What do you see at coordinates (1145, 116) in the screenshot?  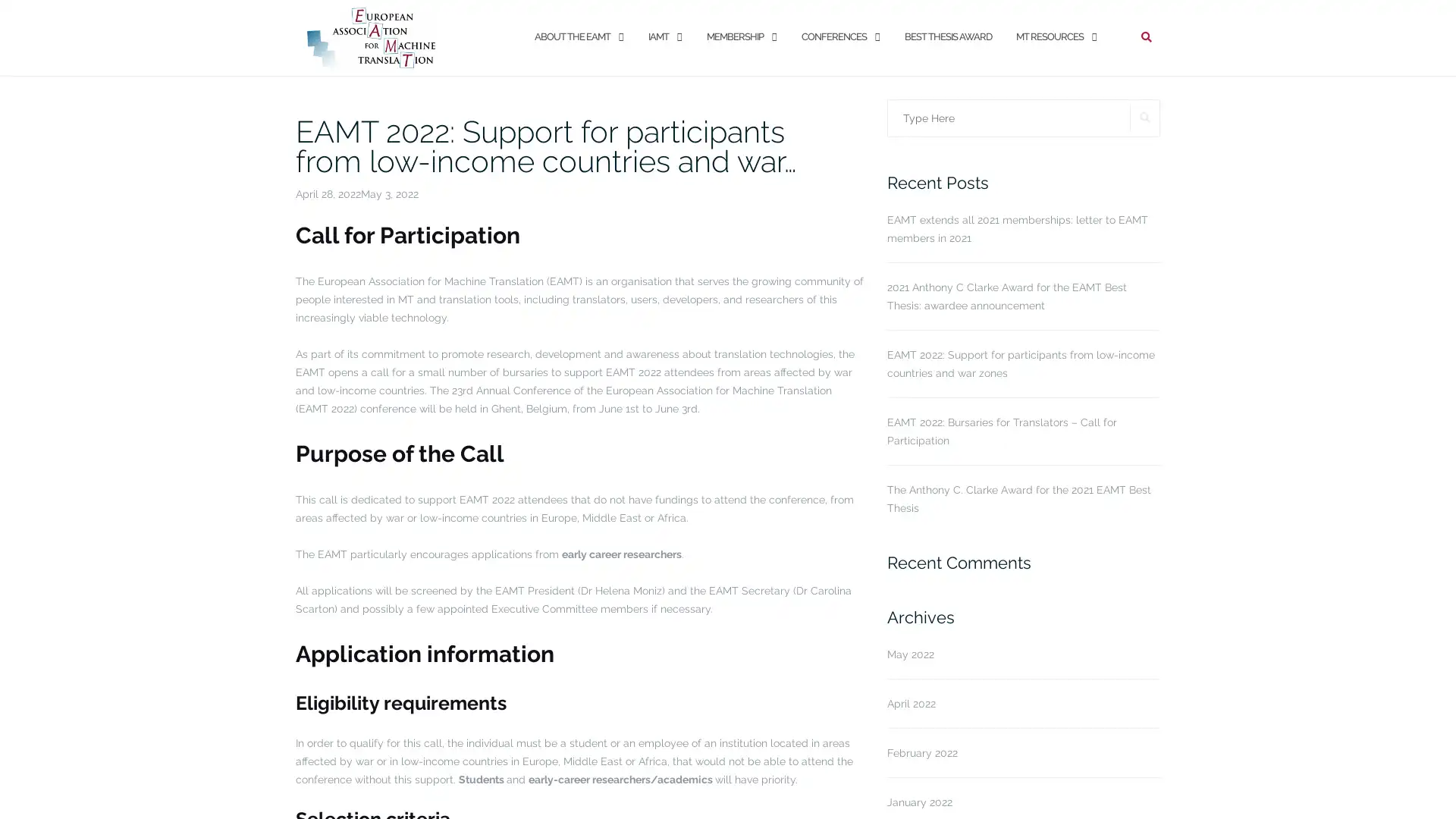 I see `SEARCH` at bounding box center [1145, 116].